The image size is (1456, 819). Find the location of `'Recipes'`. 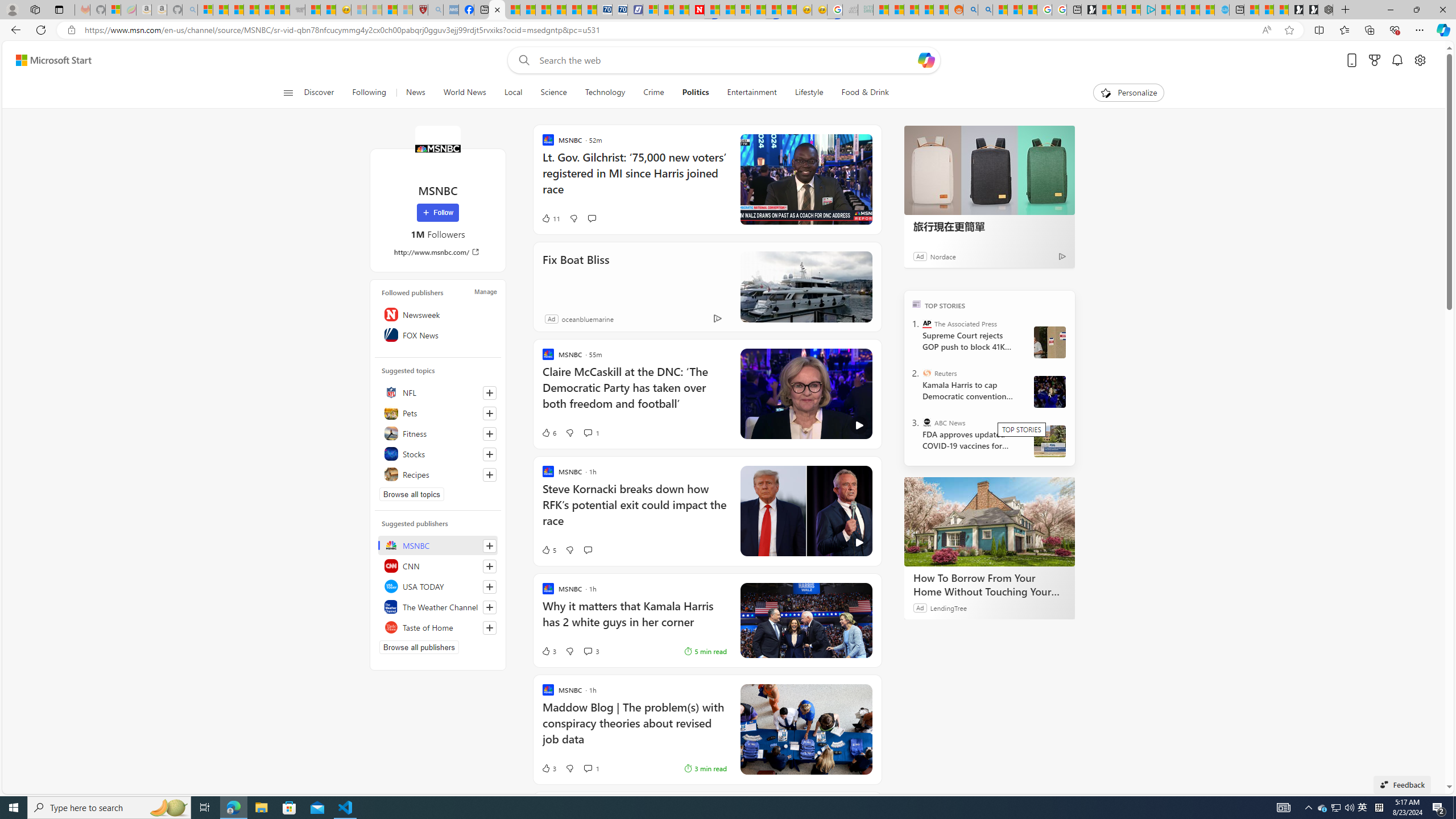

'Recipes' is located at coordinates (438, 473).